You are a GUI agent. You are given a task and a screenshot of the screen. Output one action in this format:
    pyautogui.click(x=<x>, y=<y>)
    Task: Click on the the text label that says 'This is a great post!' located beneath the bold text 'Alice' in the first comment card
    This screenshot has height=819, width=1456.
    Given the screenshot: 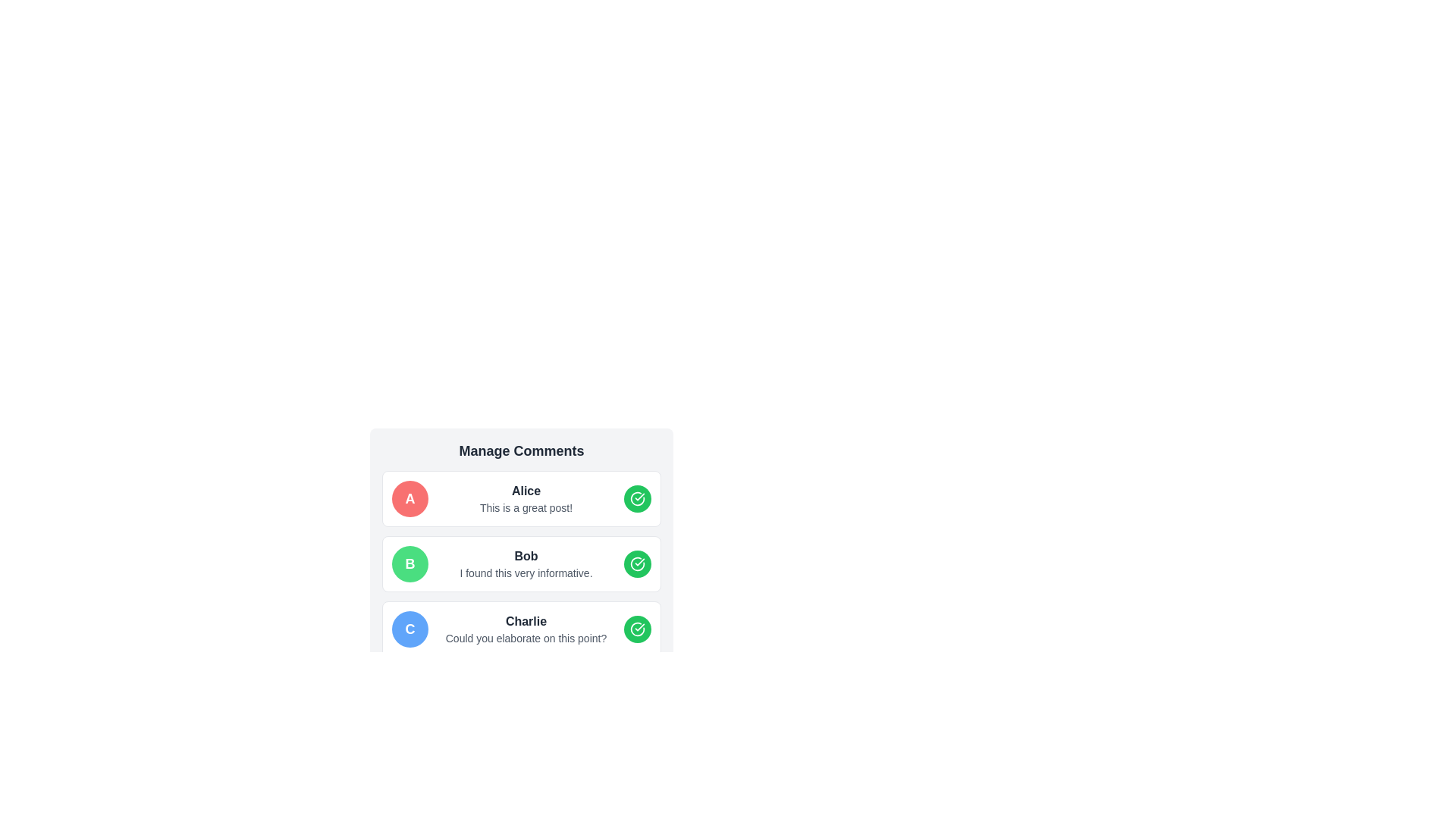 What is the action you would take?
    pyautogui.click(x=526, y=508)
    